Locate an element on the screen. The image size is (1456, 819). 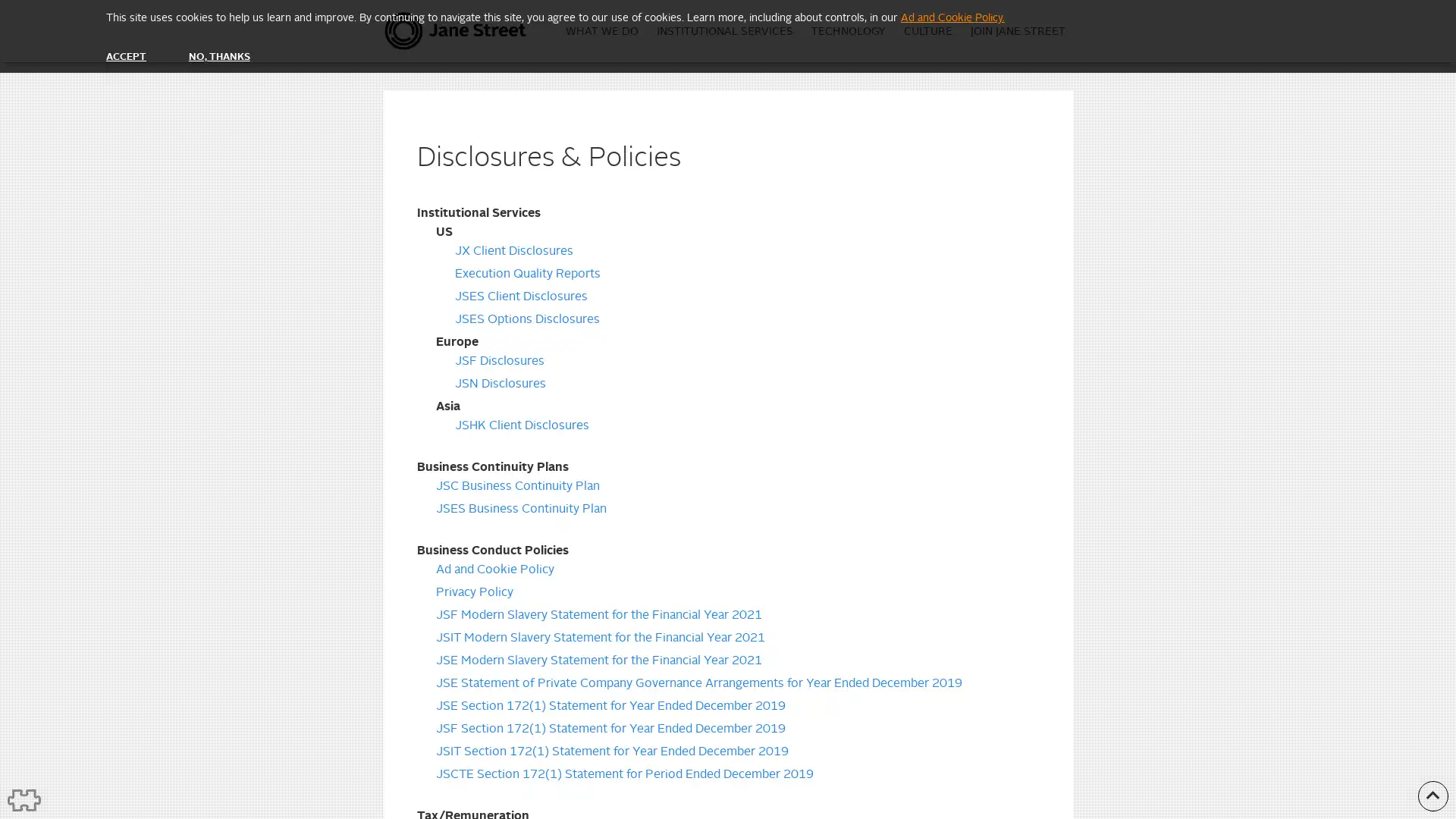
deny cookies is located at coordinates (218, 56).